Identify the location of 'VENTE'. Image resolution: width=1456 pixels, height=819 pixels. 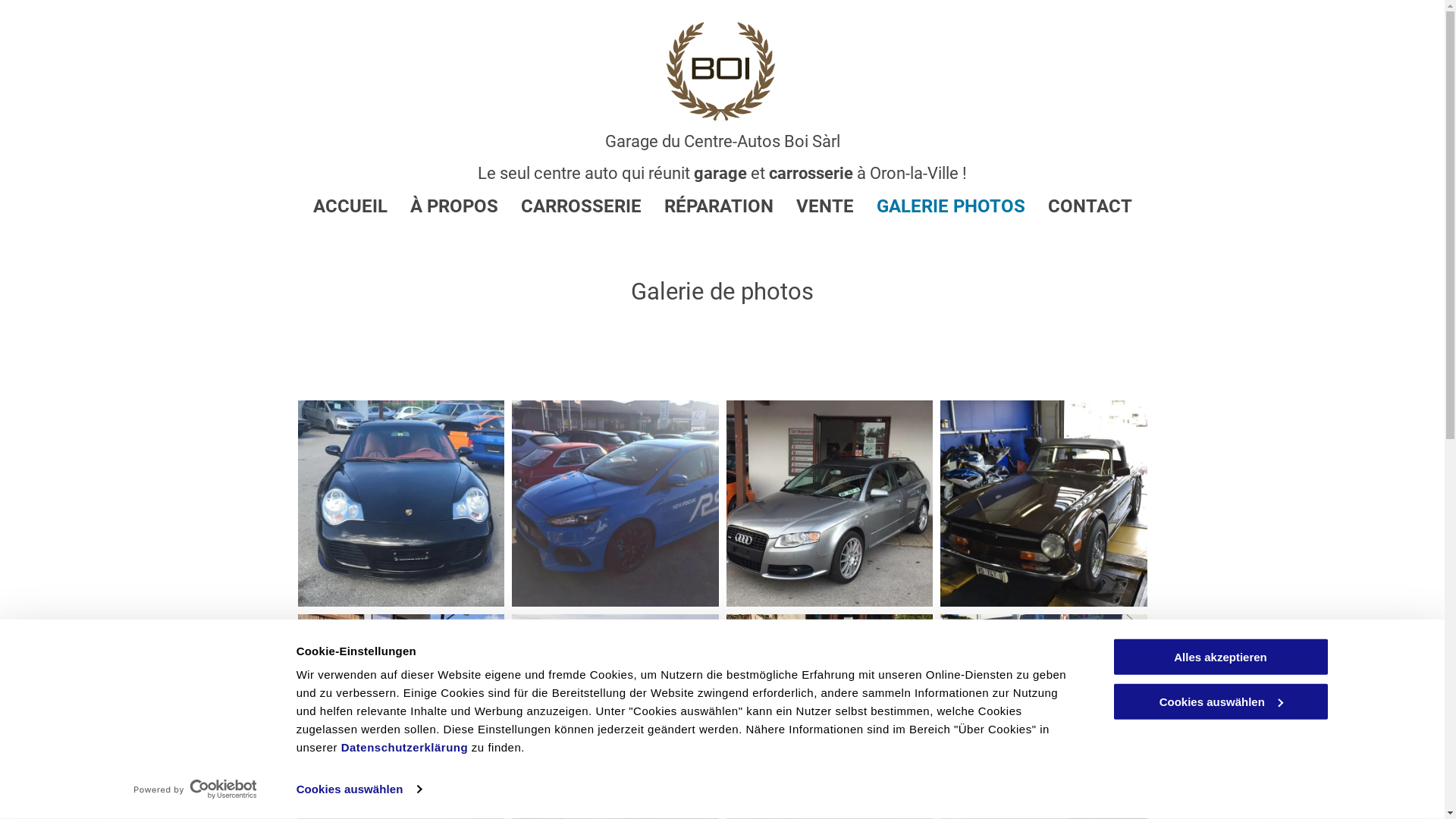
(813, 206).